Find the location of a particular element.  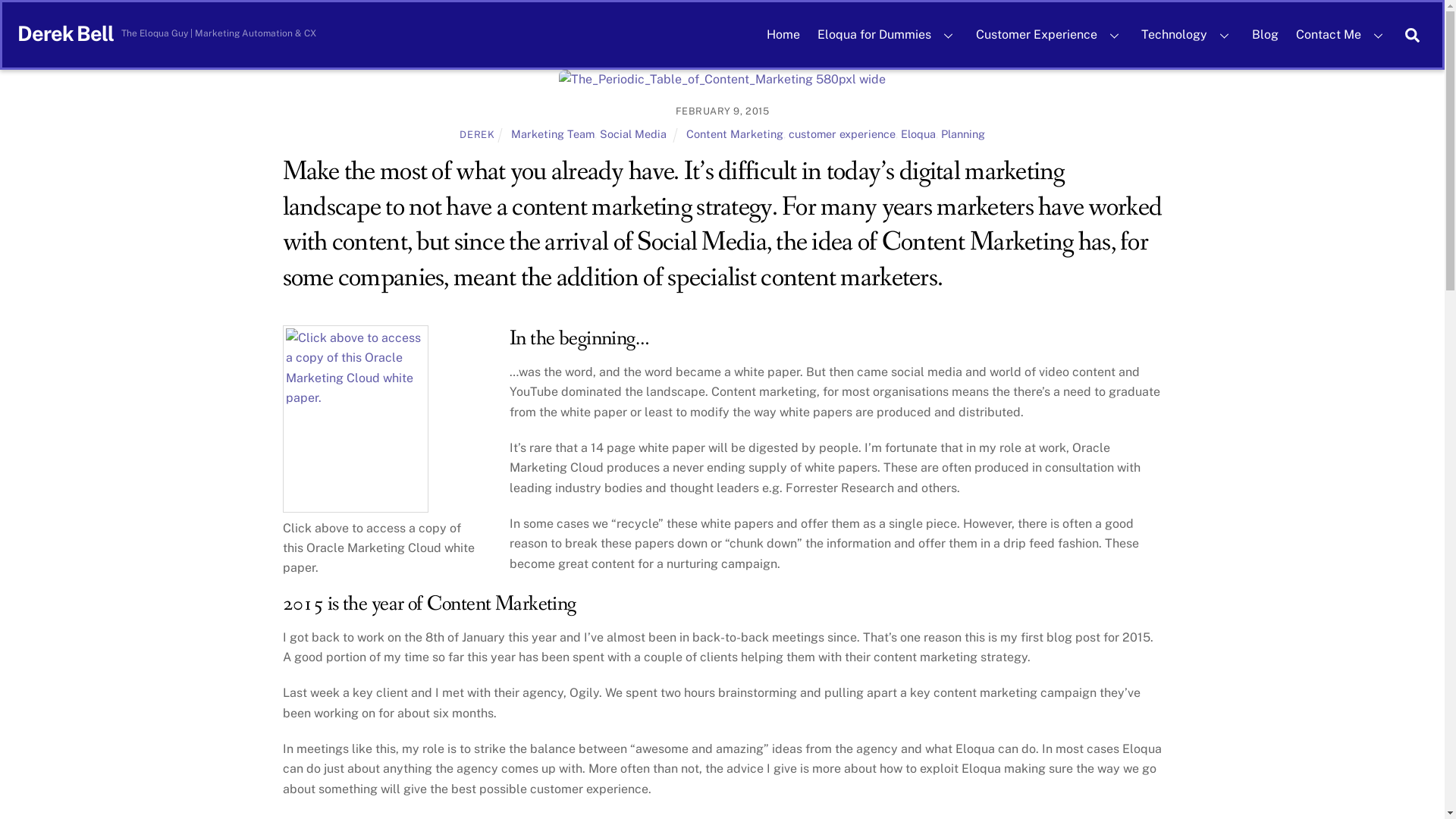

'Search' is located at coordinates (1411, 34).